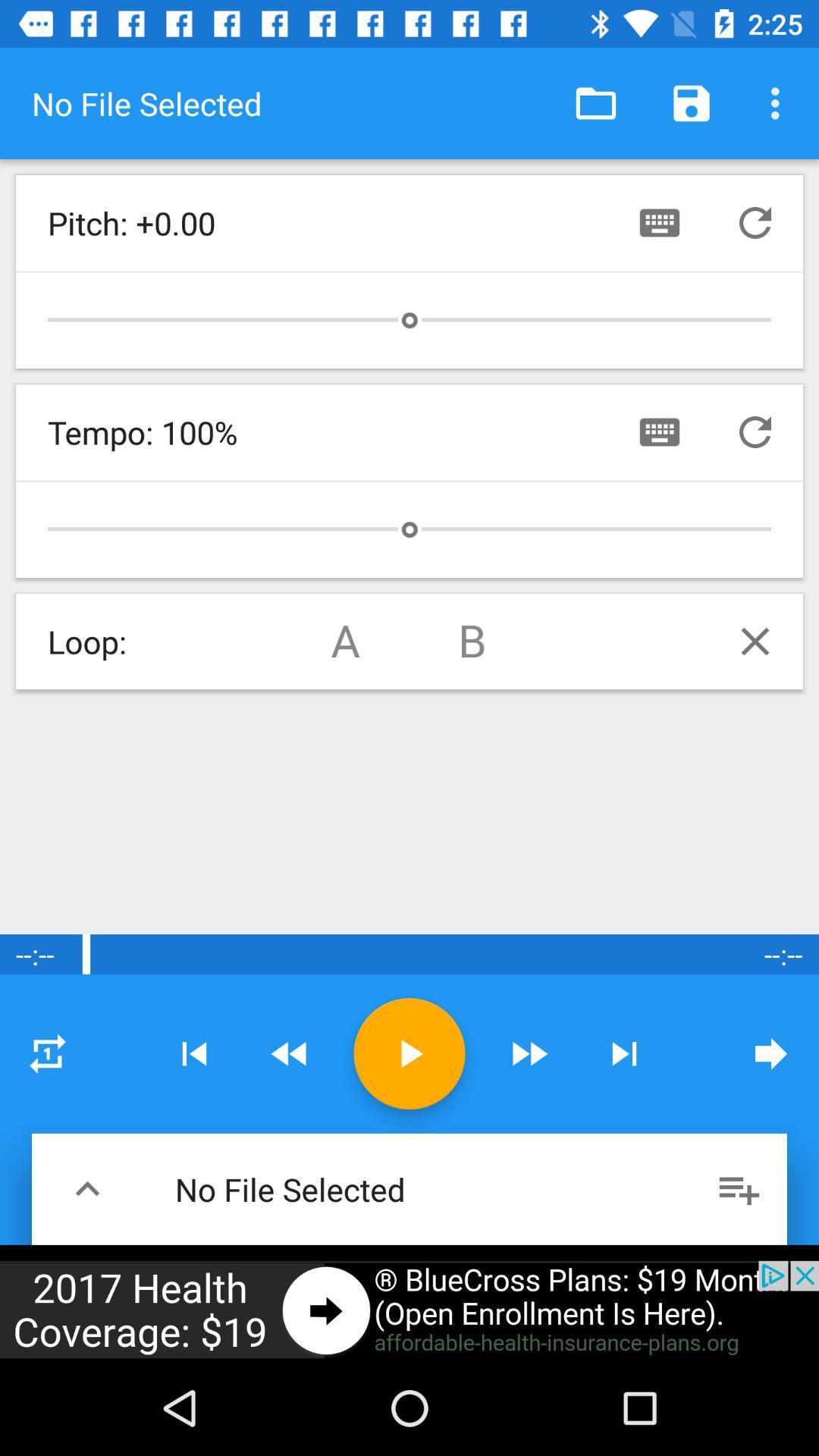 This screenshot has height=1456, width=819. Describe the element at coordinates (290, 1053) in the screenshot. I see `go back` at that location.